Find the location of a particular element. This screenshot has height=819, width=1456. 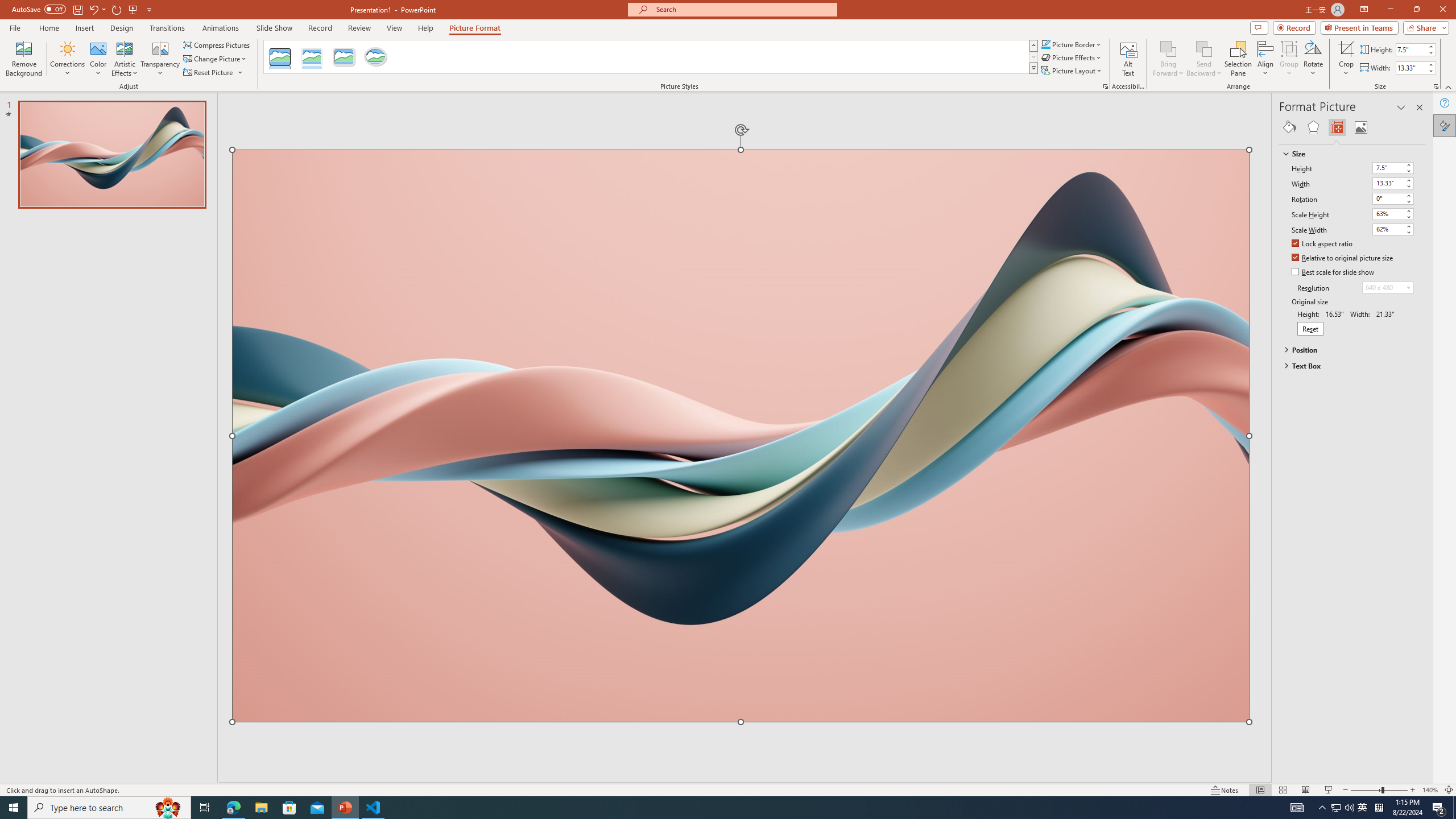

'Bring Forward' is located at coordinates (1168, 59).